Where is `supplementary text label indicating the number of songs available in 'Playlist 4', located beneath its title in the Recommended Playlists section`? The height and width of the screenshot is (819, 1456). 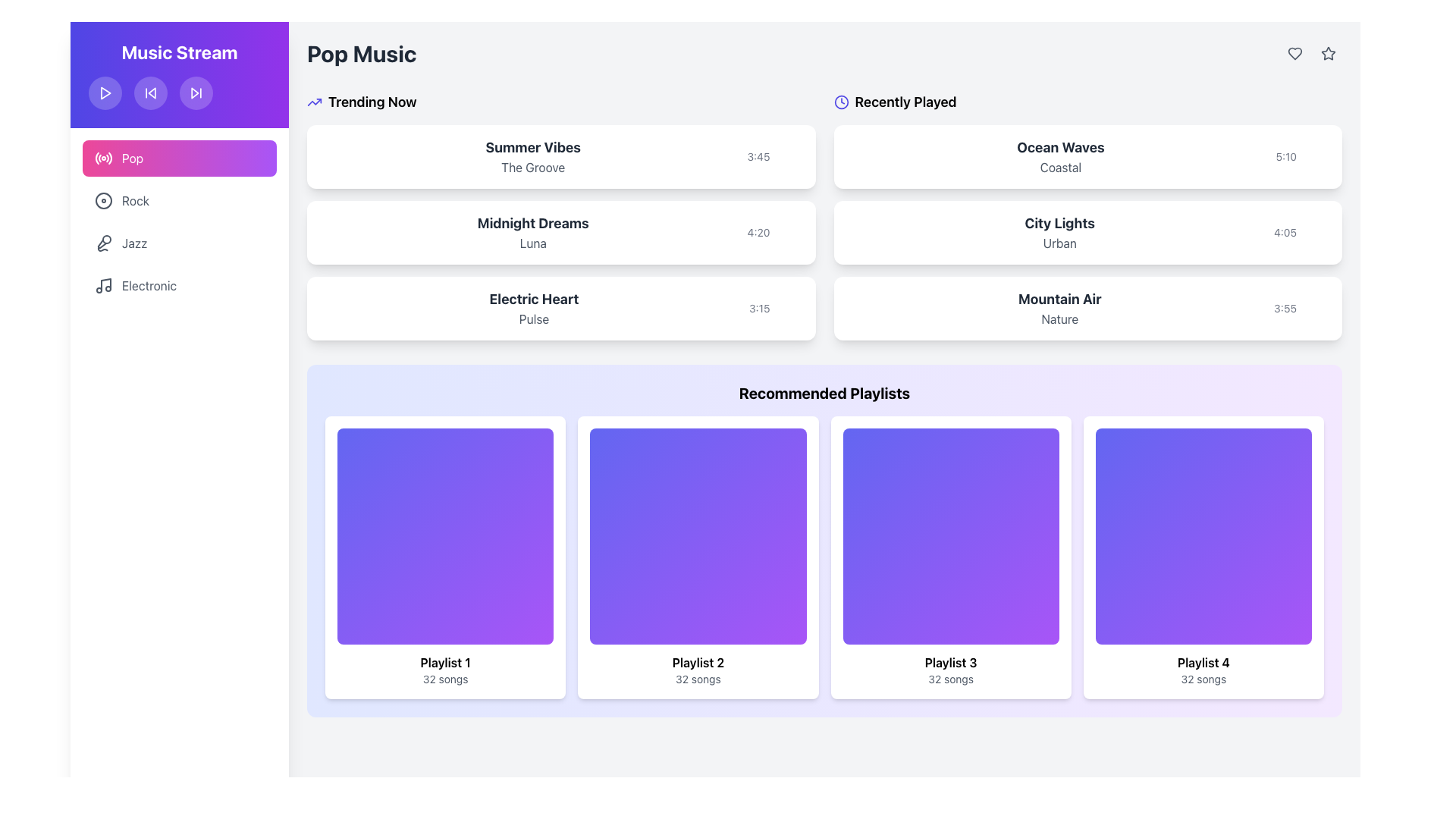 supplementary text label indicating the number of songs available in 'Playlist 4', located beneath its title in the Recommended Playlists section is located at coordinates (1203, 679).